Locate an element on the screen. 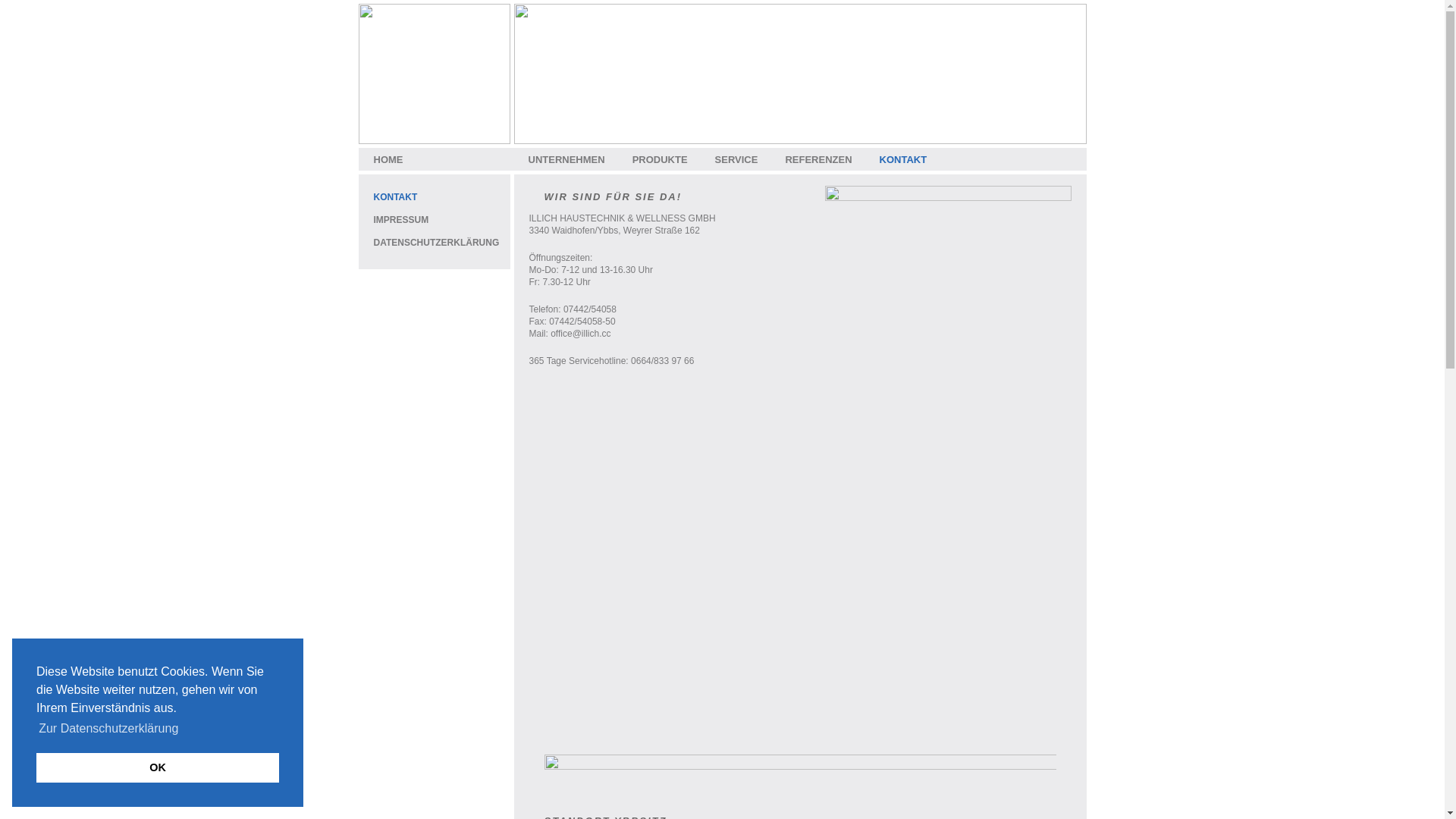  'KONTAKT' is located at coordinates (903, 159).